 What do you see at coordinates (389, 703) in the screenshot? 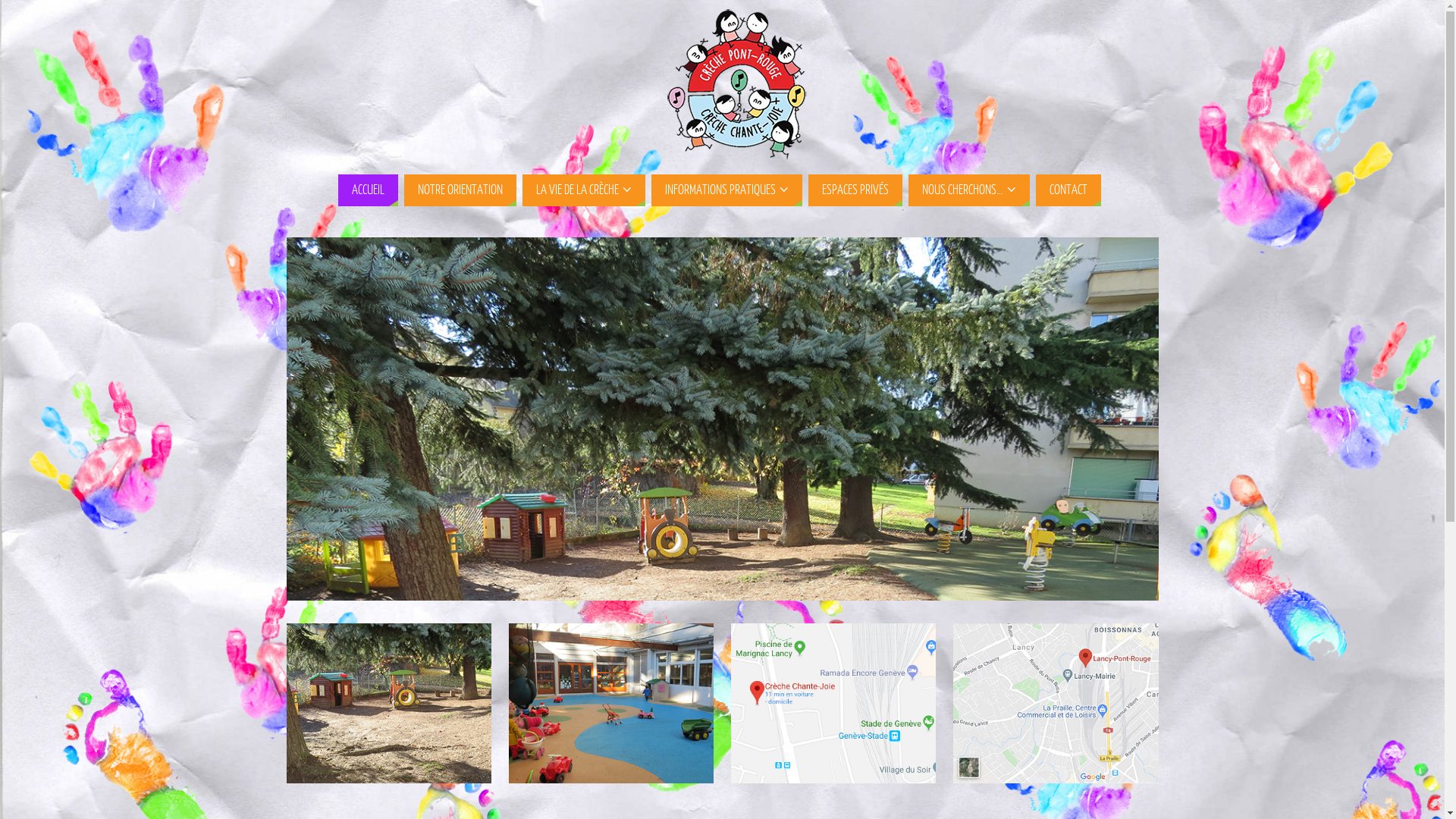
I see `'Notre orientation'` at bounding box center [389, 703].